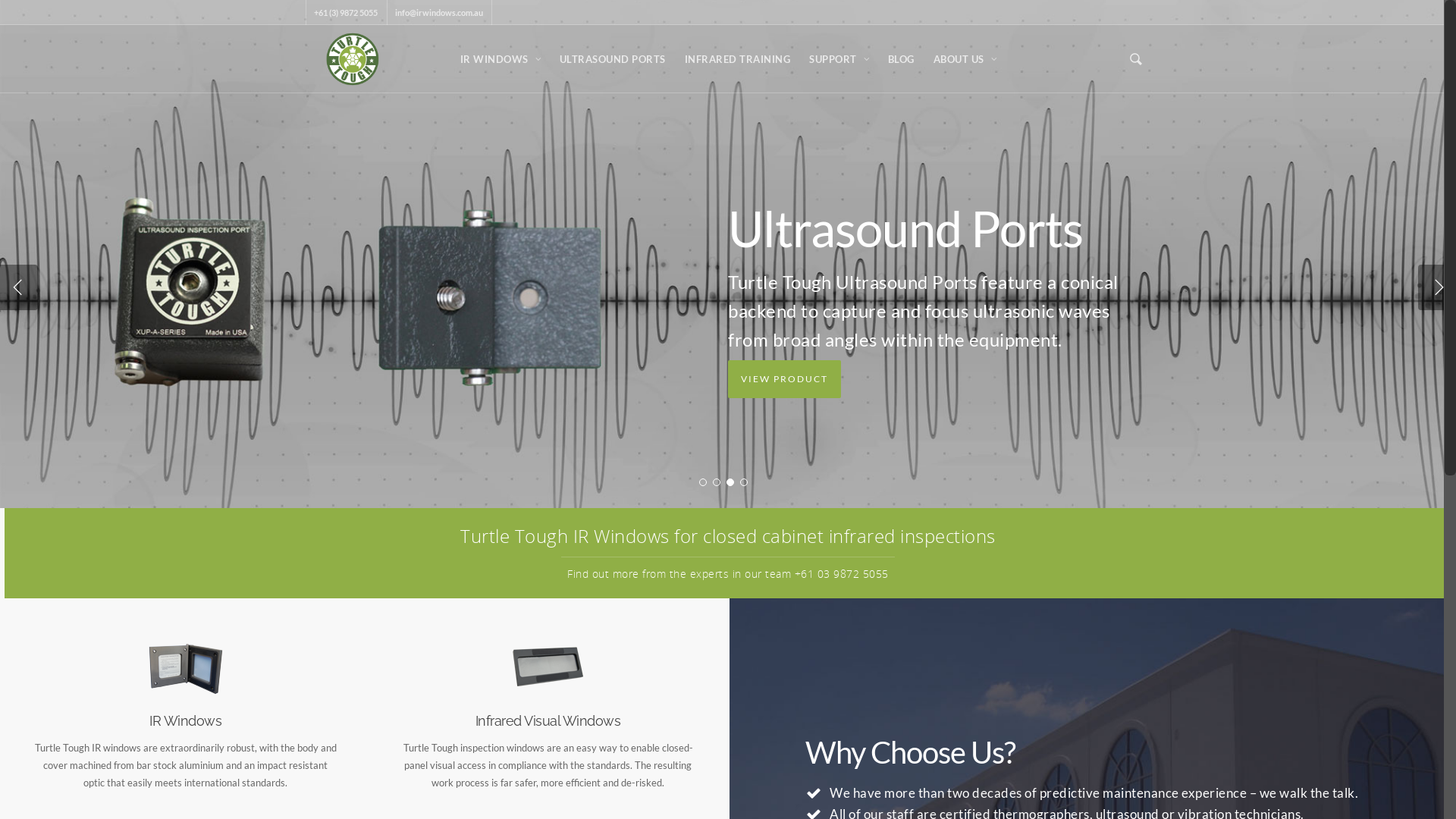 This screenshot has width=1456, height=819. I want to click on 'info@irwindows.com.au', so click(438, 12).